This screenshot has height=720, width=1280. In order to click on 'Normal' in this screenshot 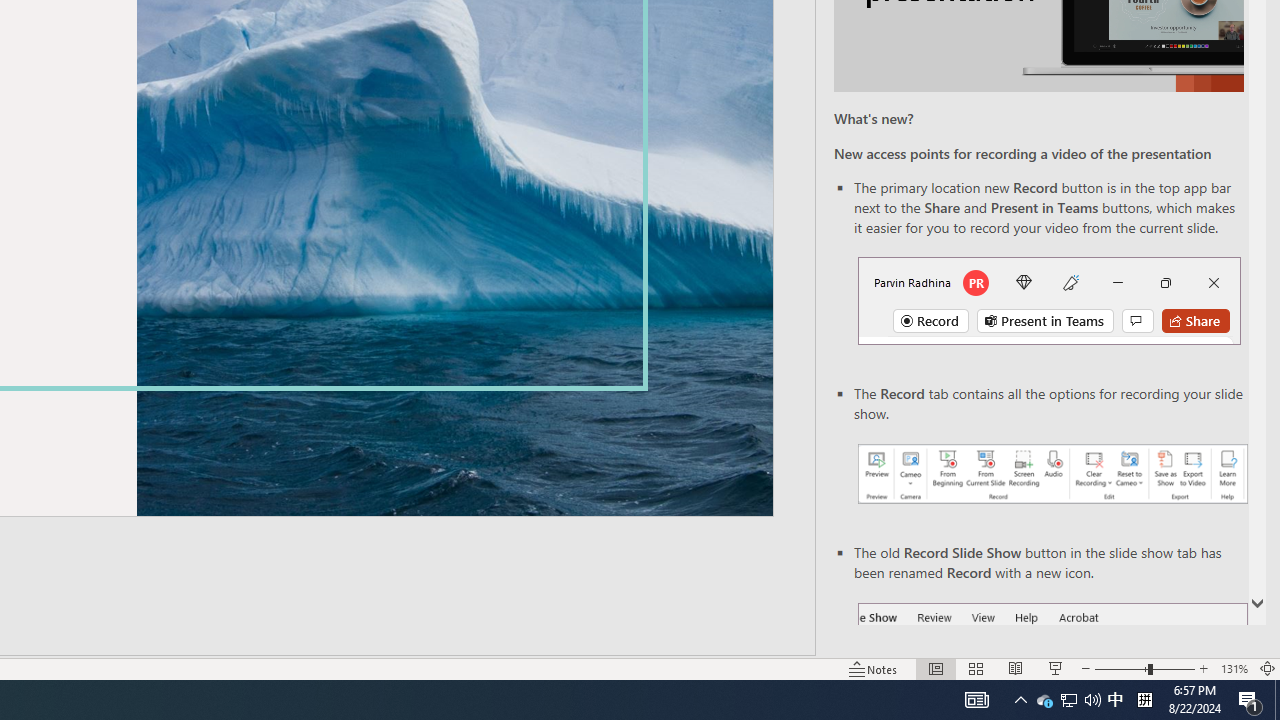, I will do `click(935, 669)`.